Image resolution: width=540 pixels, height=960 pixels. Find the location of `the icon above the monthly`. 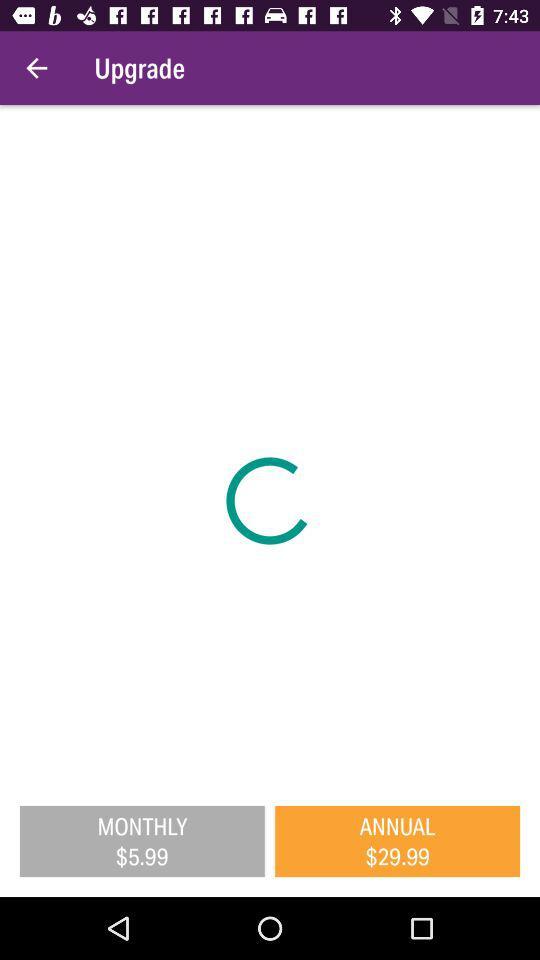

the icon above the monthly is located at coordinates (270, 445).